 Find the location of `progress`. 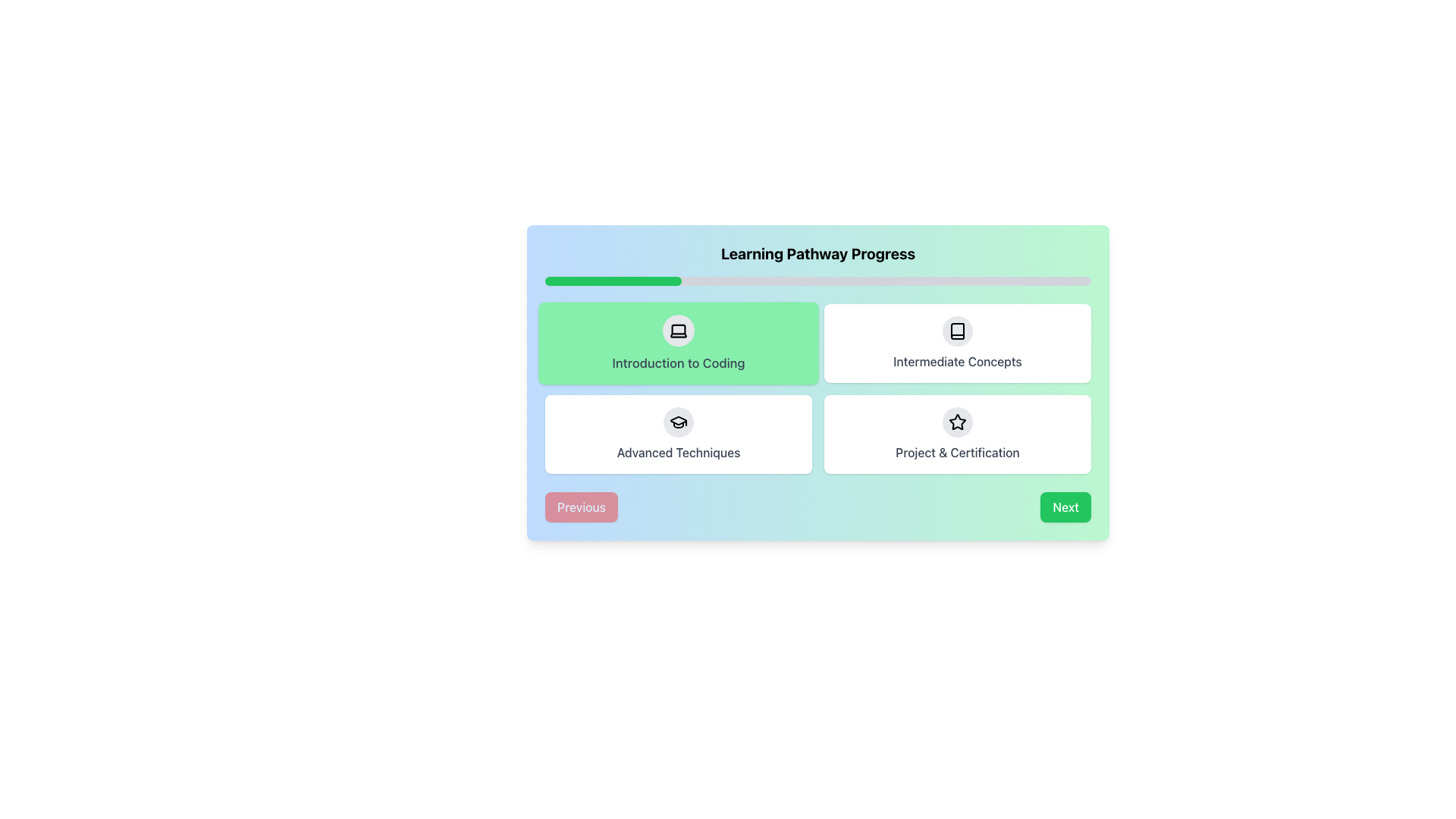

progress is located at coordinates (550, 281).